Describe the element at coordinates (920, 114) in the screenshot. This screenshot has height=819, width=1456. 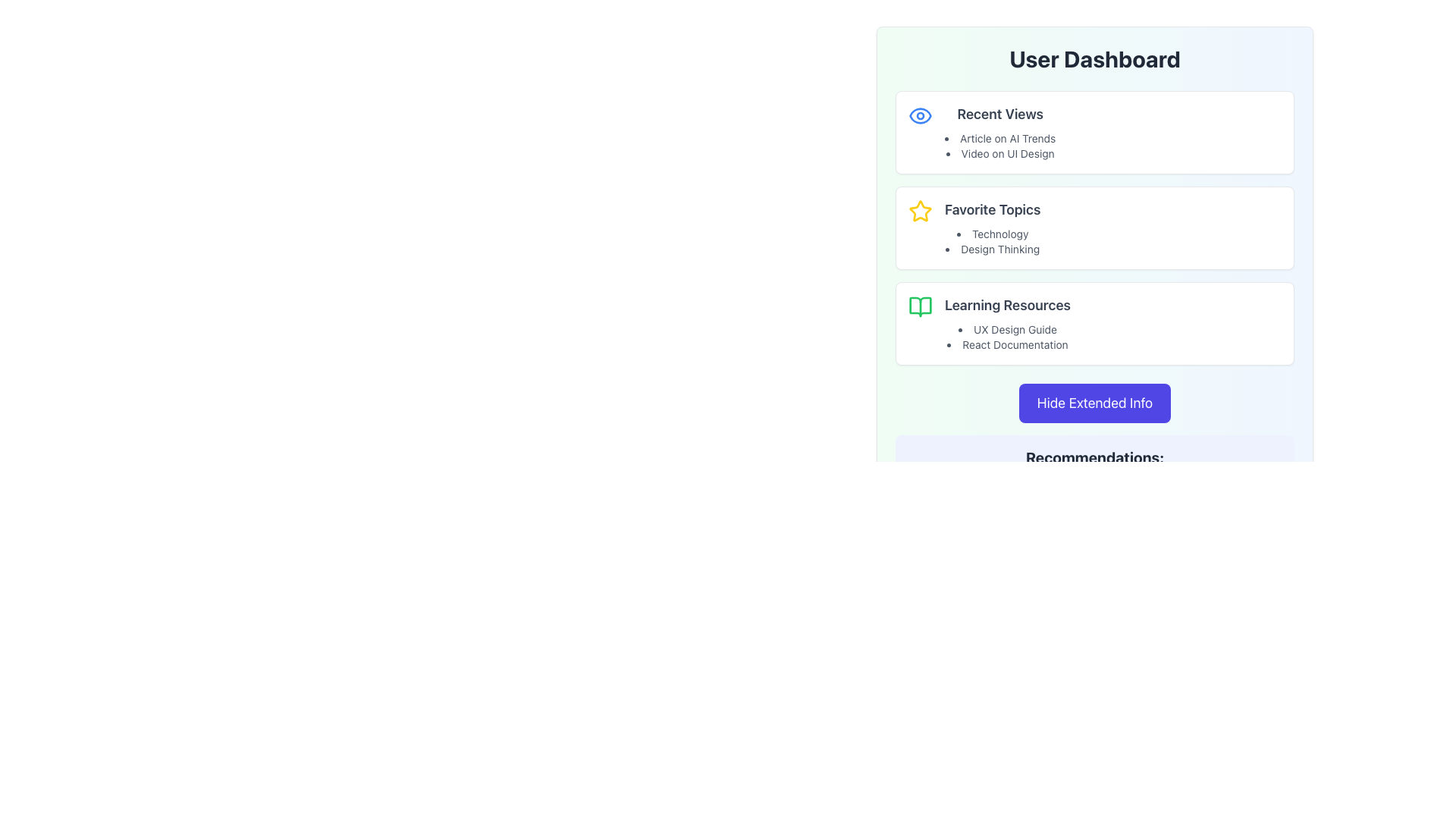
I see `the oval-shaped outer contour of the eye icon located in the top left corner of the 'Recent Views' section in the dashboard` at that location.